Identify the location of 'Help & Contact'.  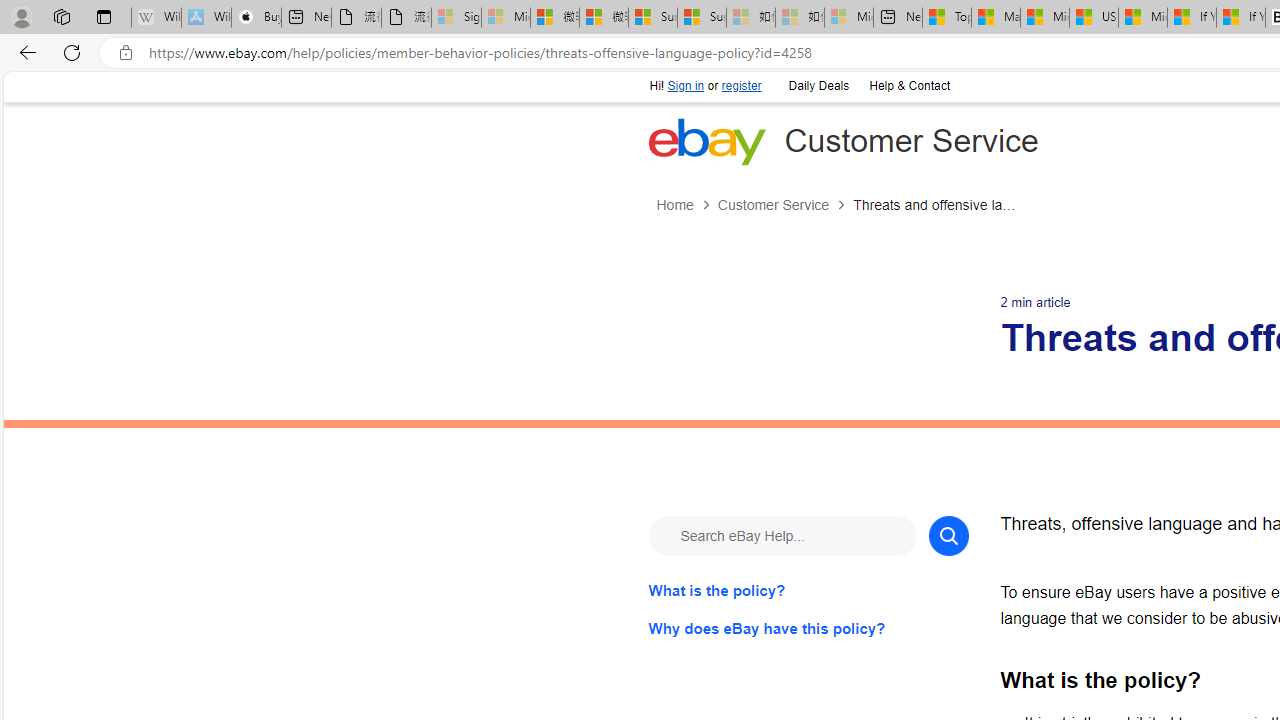
(907, 83).